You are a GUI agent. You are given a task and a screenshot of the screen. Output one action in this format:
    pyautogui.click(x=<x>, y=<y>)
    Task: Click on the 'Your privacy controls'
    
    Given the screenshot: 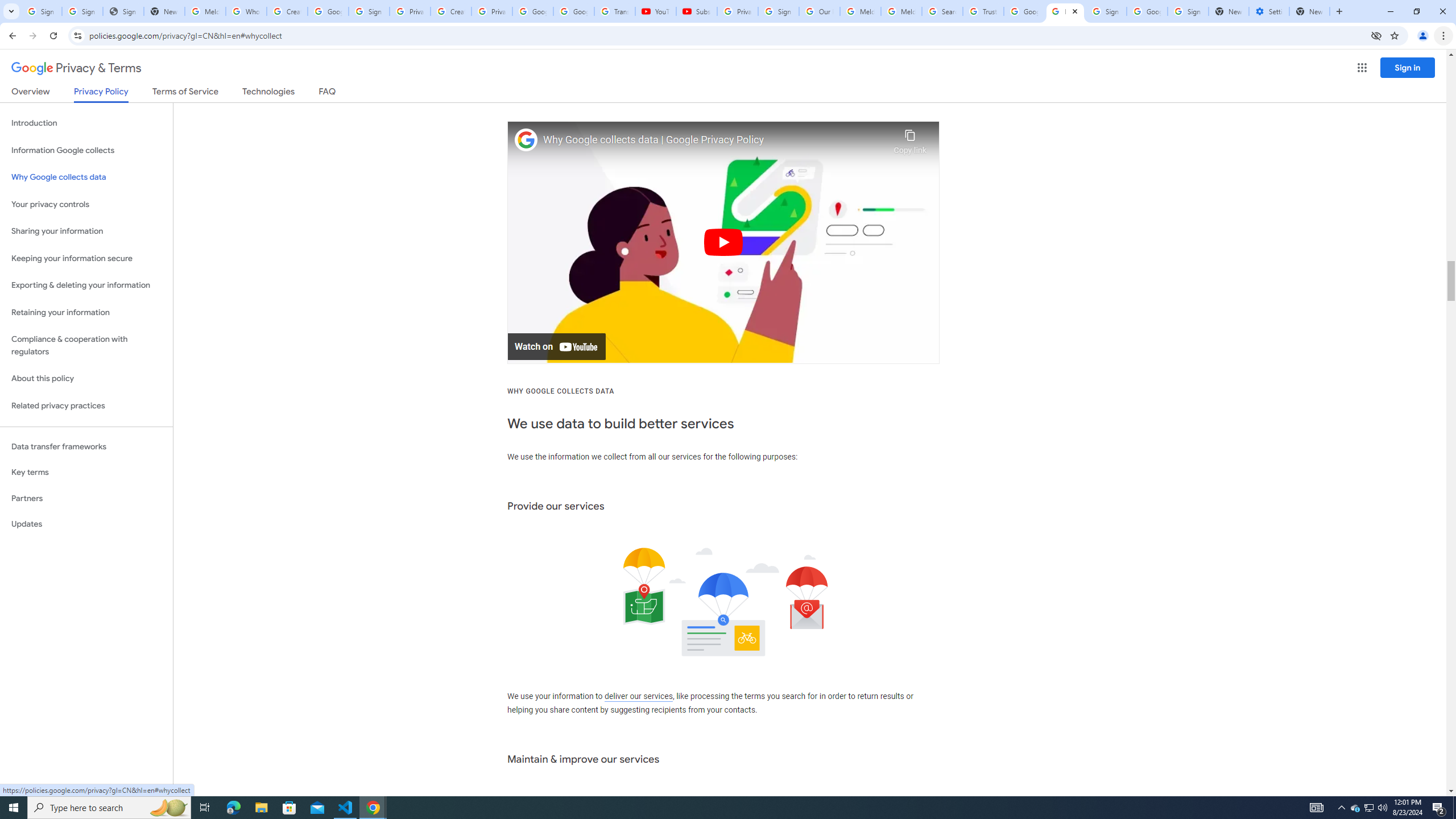 What is the action you would take?
    pyautogui.click(x=86, y=205)
    